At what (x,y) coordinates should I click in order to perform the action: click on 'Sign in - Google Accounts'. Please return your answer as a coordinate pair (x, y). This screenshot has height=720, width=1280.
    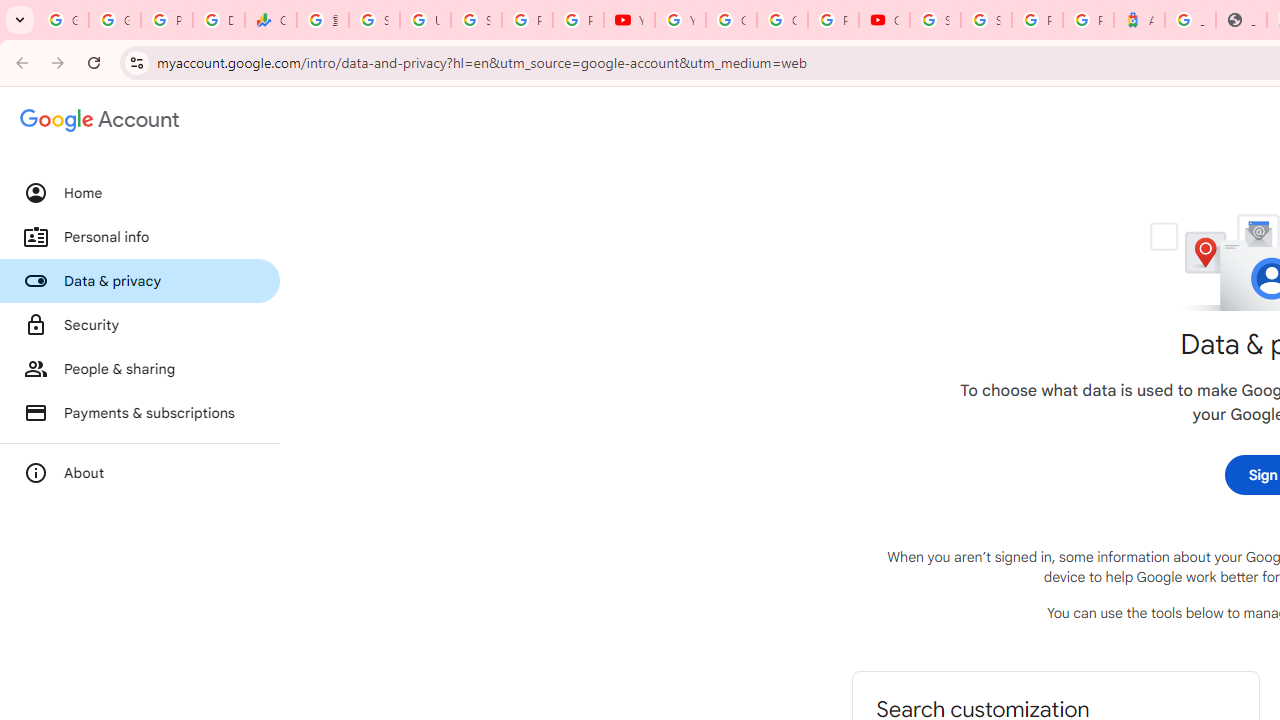
    Looking at the image, I should click on (934, 20).